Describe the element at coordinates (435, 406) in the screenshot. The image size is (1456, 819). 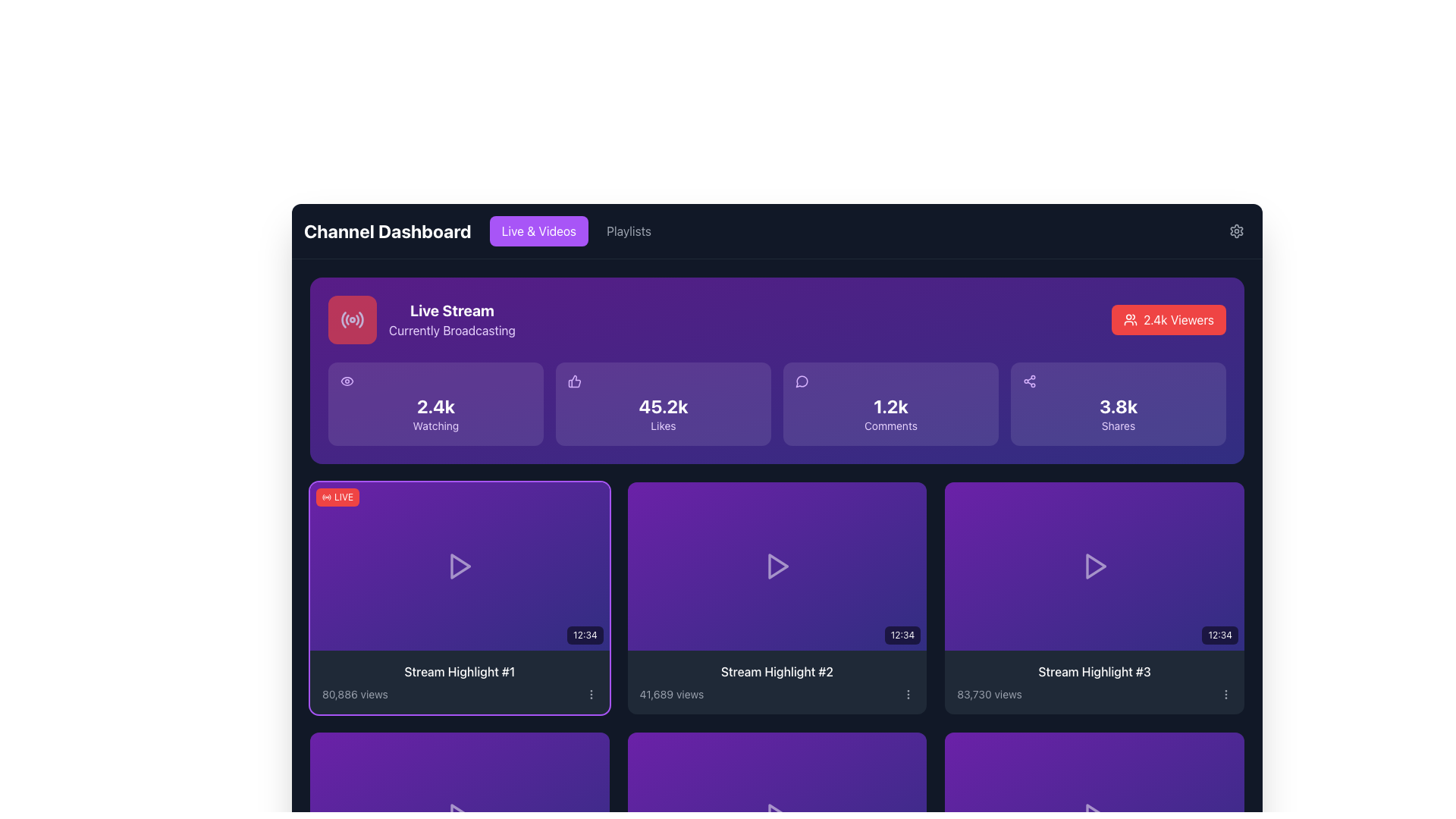
I see `the text display that shows the number of viewers currently watching a live stream, which is positioned in the middle of a purple rectangle` at that location.